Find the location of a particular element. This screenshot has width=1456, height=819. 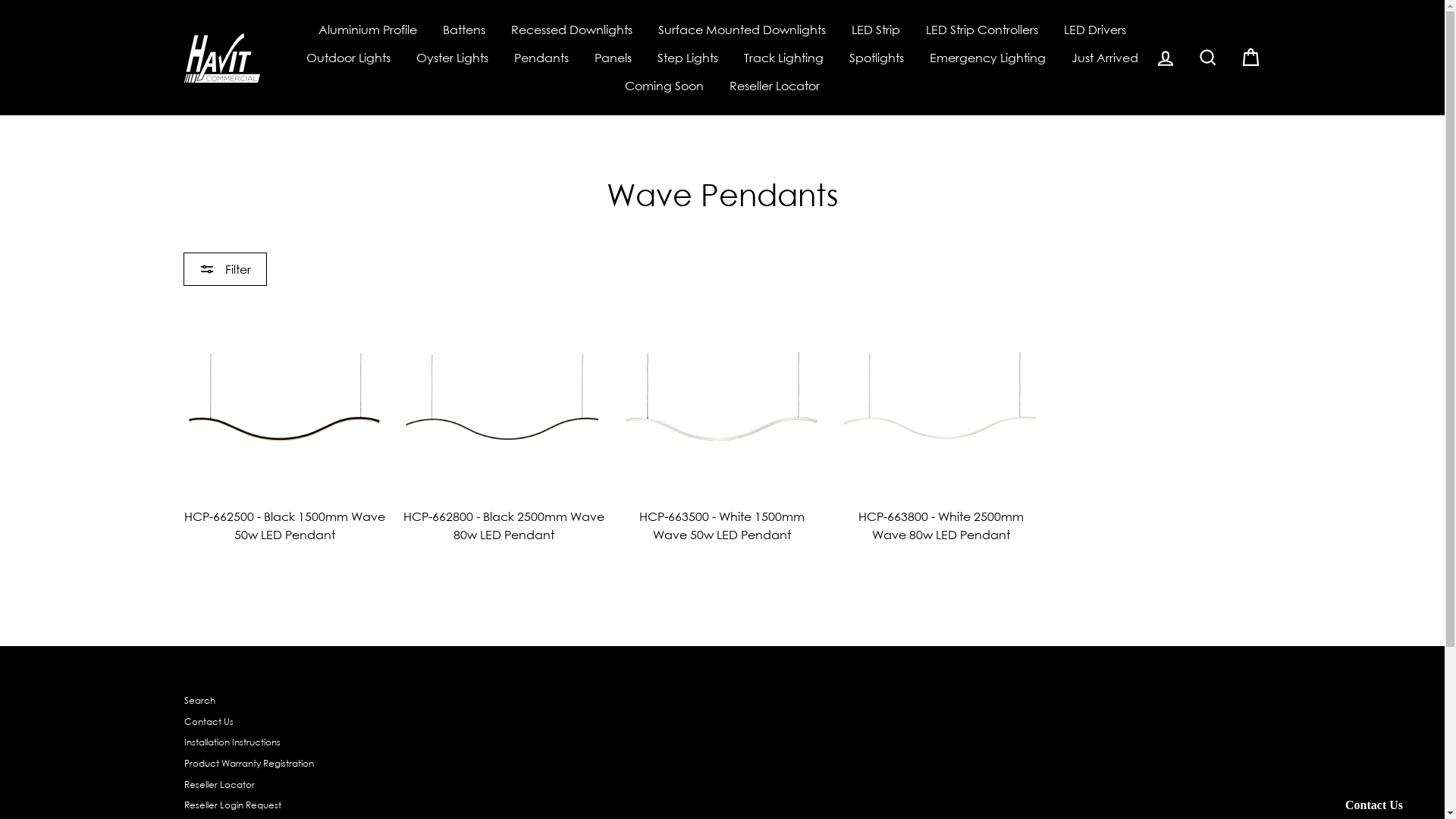

'Panels' is located at coordinates (613, 56).